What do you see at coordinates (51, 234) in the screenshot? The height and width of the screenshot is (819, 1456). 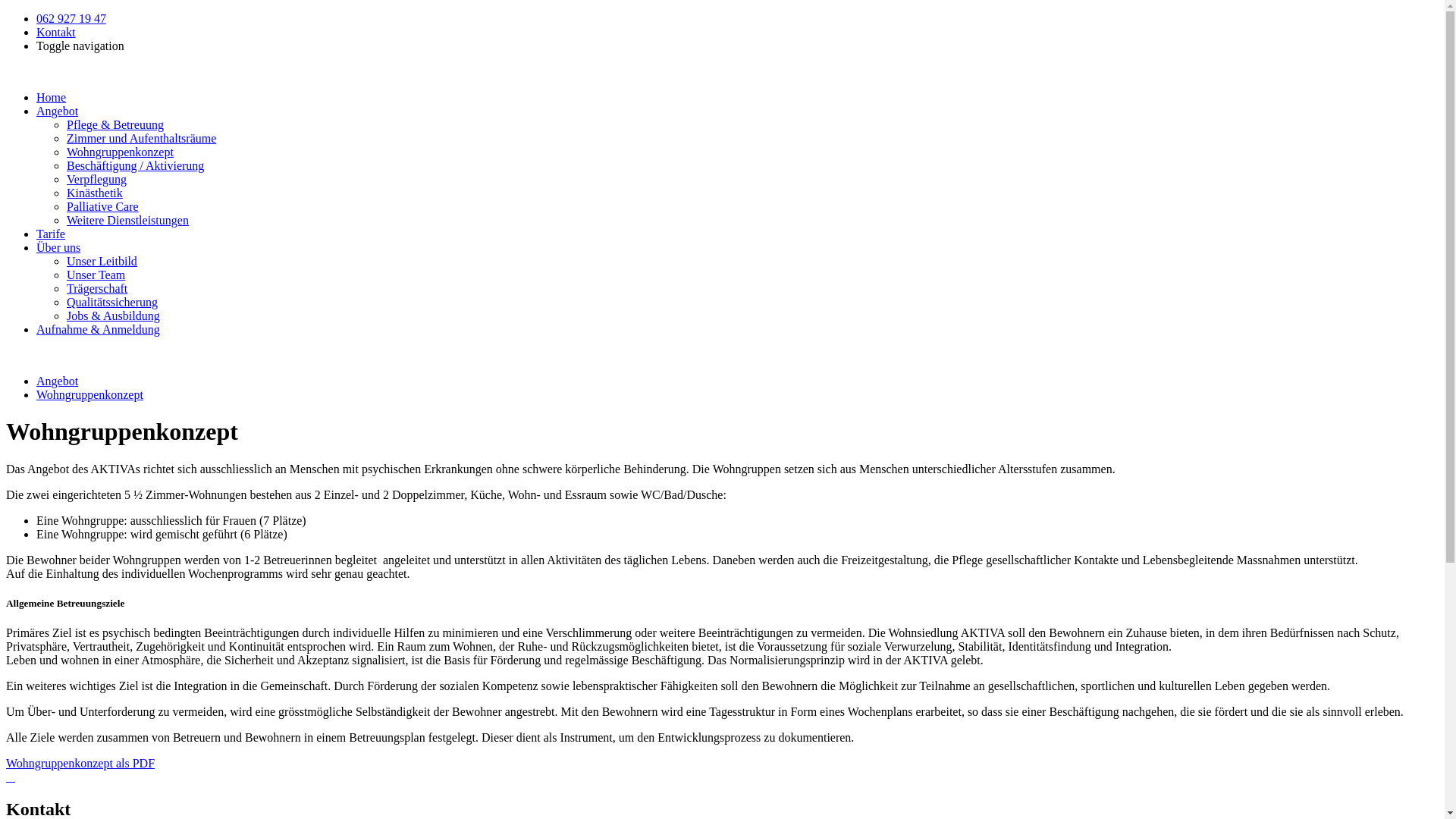 I see `'Tarife'` at bounding box center [51, 234].